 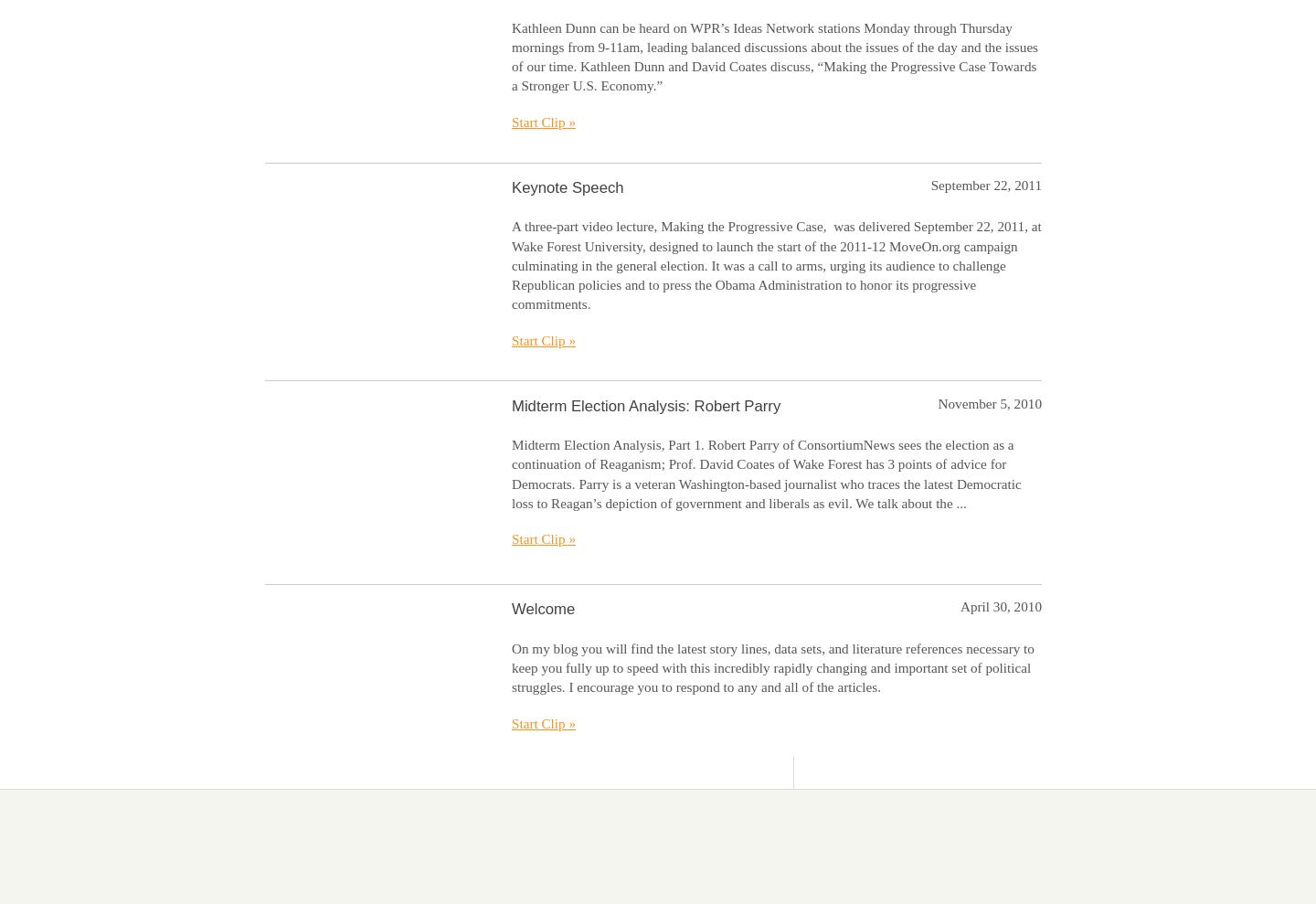 What do you see at coordinates (543, 608) in the screenshot?
I see `'Welcome'` at bounding box center [543, 608].